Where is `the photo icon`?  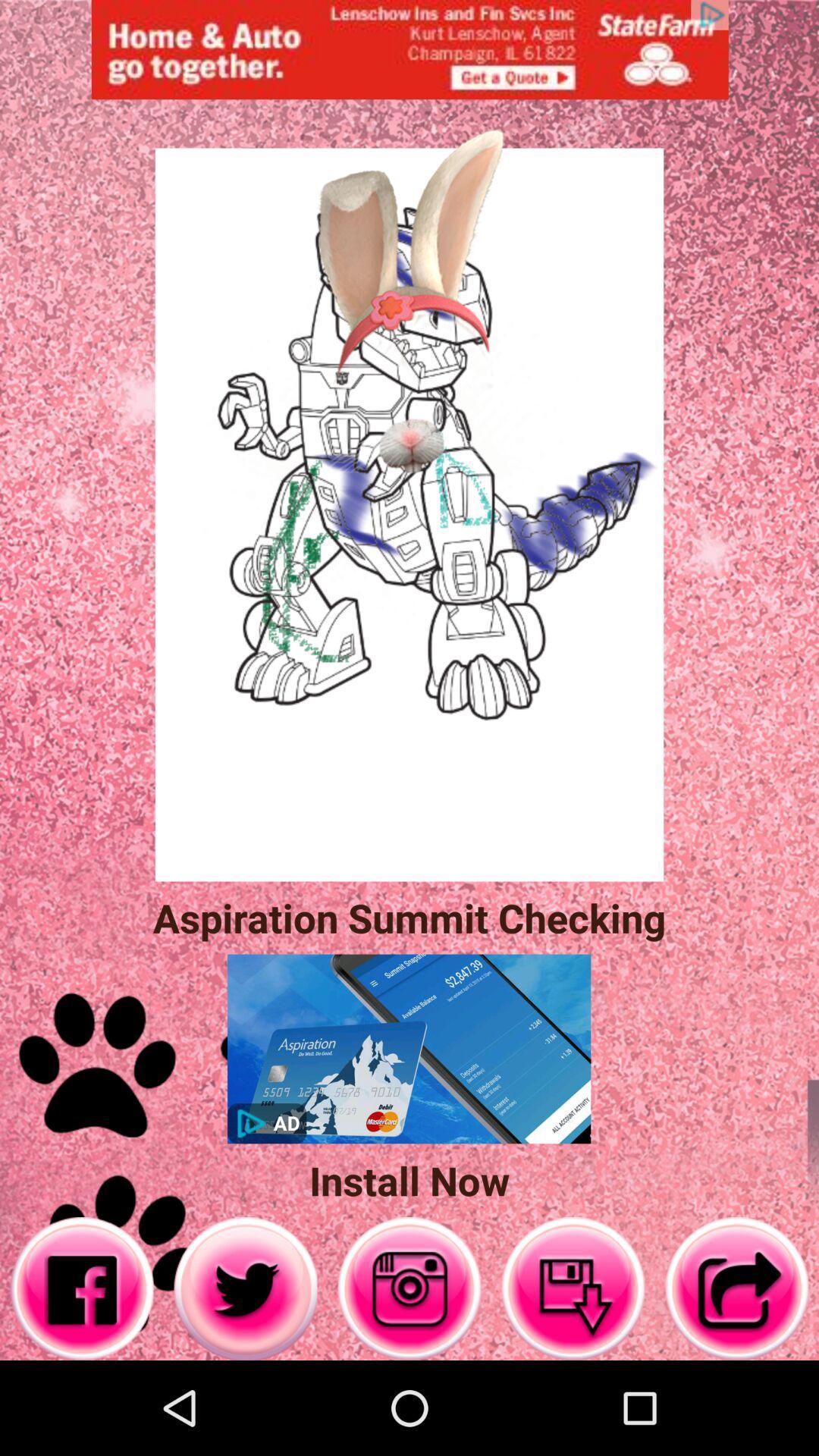 the photo icon is located at coordinates (409, 1379).